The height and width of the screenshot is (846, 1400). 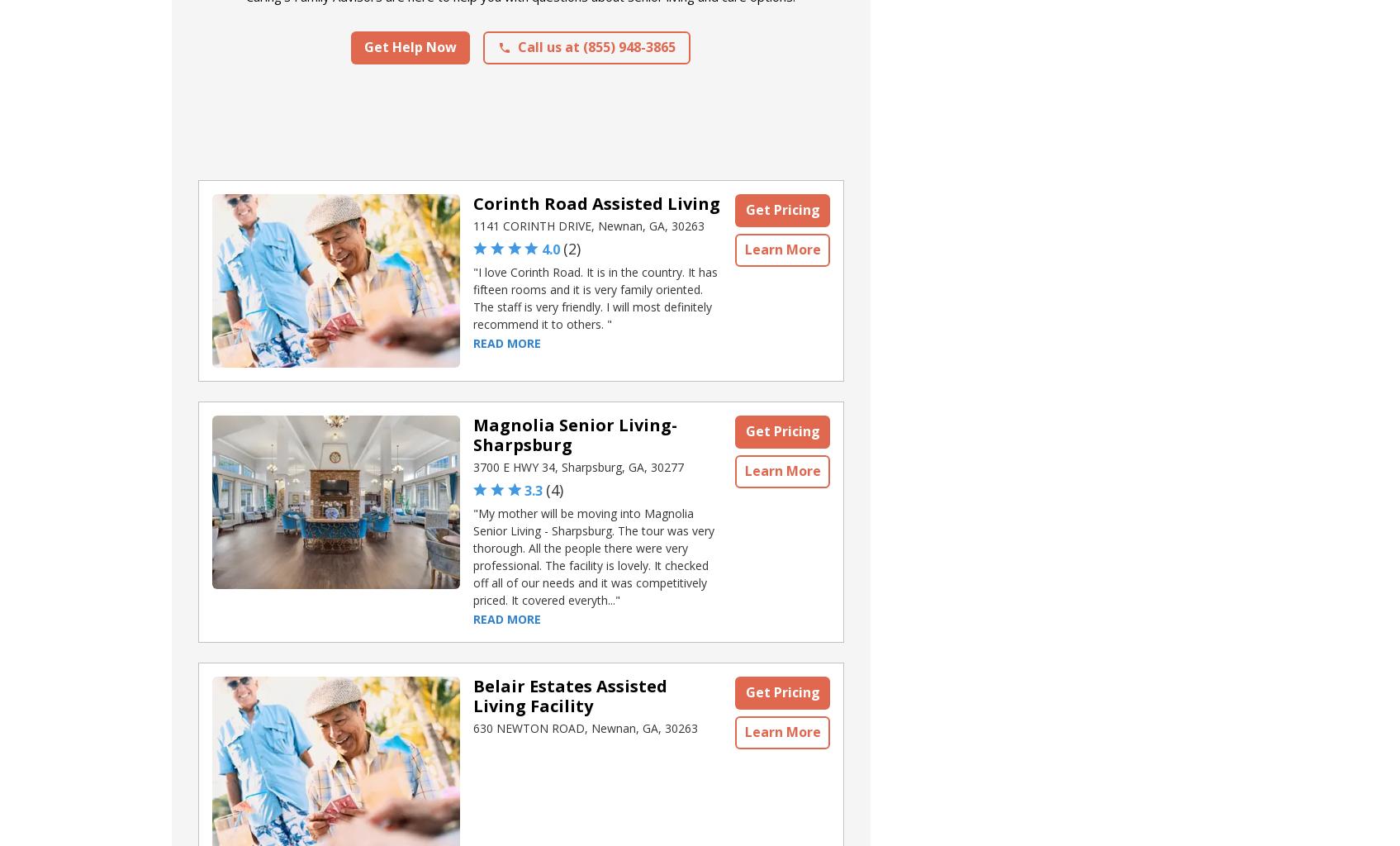 I want to click on '4', so click(x=550, y=488).